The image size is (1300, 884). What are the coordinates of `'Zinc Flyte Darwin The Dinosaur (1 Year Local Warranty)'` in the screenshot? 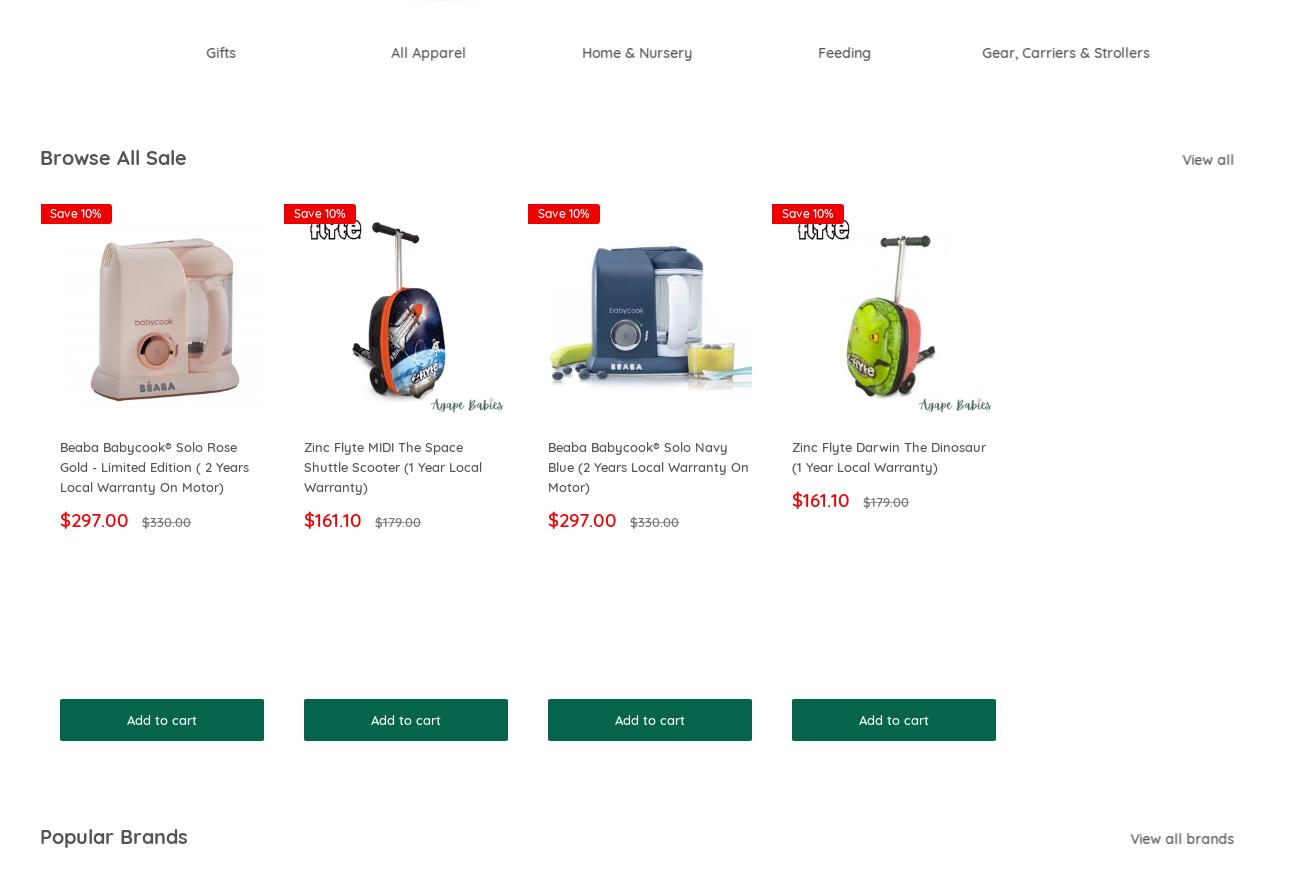 It's located at (887, 457).